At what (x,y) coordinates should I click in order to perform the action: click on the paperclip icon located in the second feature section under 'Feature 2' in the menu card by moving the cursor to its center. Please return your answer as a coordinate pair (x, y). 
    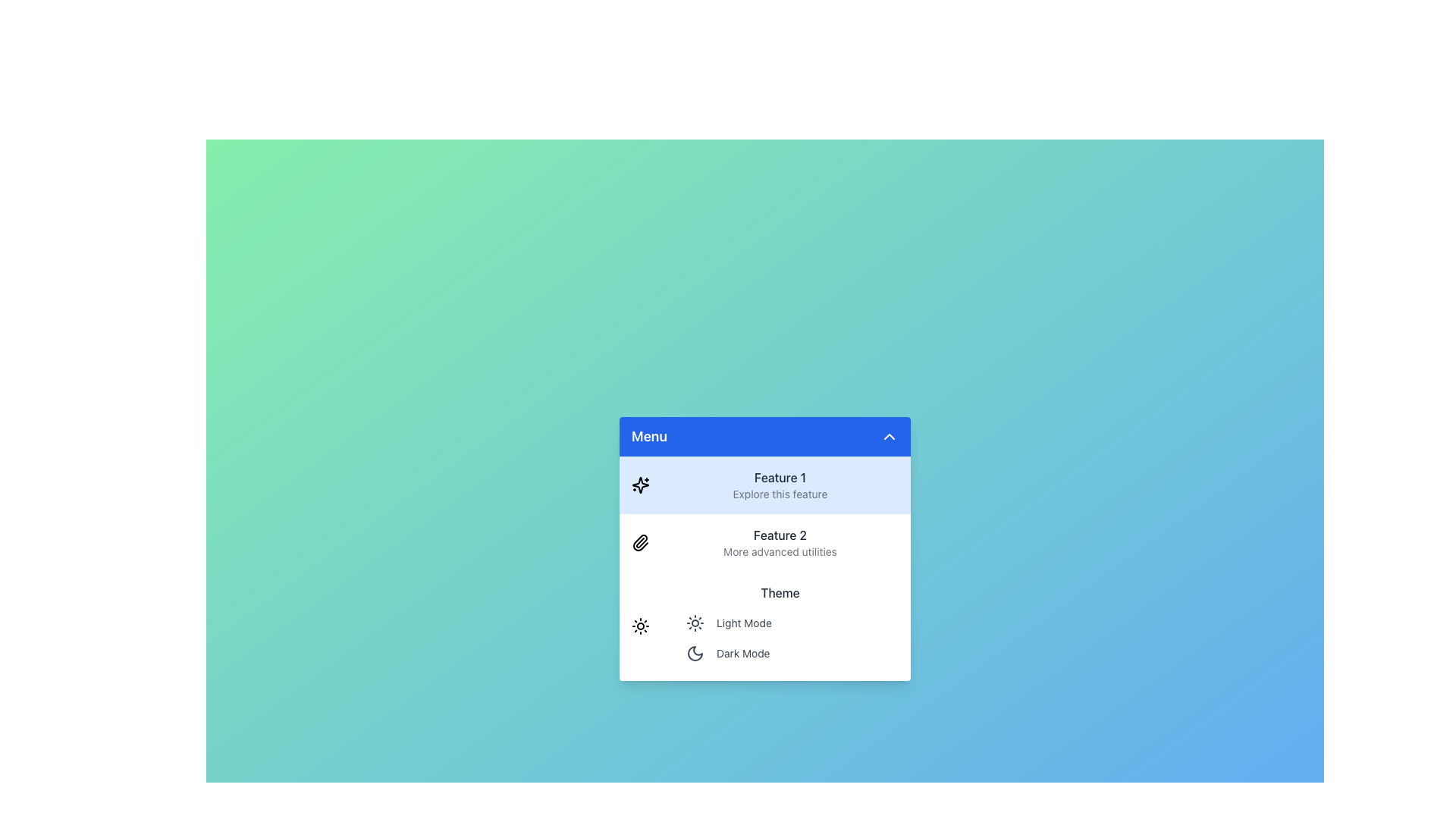
    Looking at the image, I should click on (640, 542).